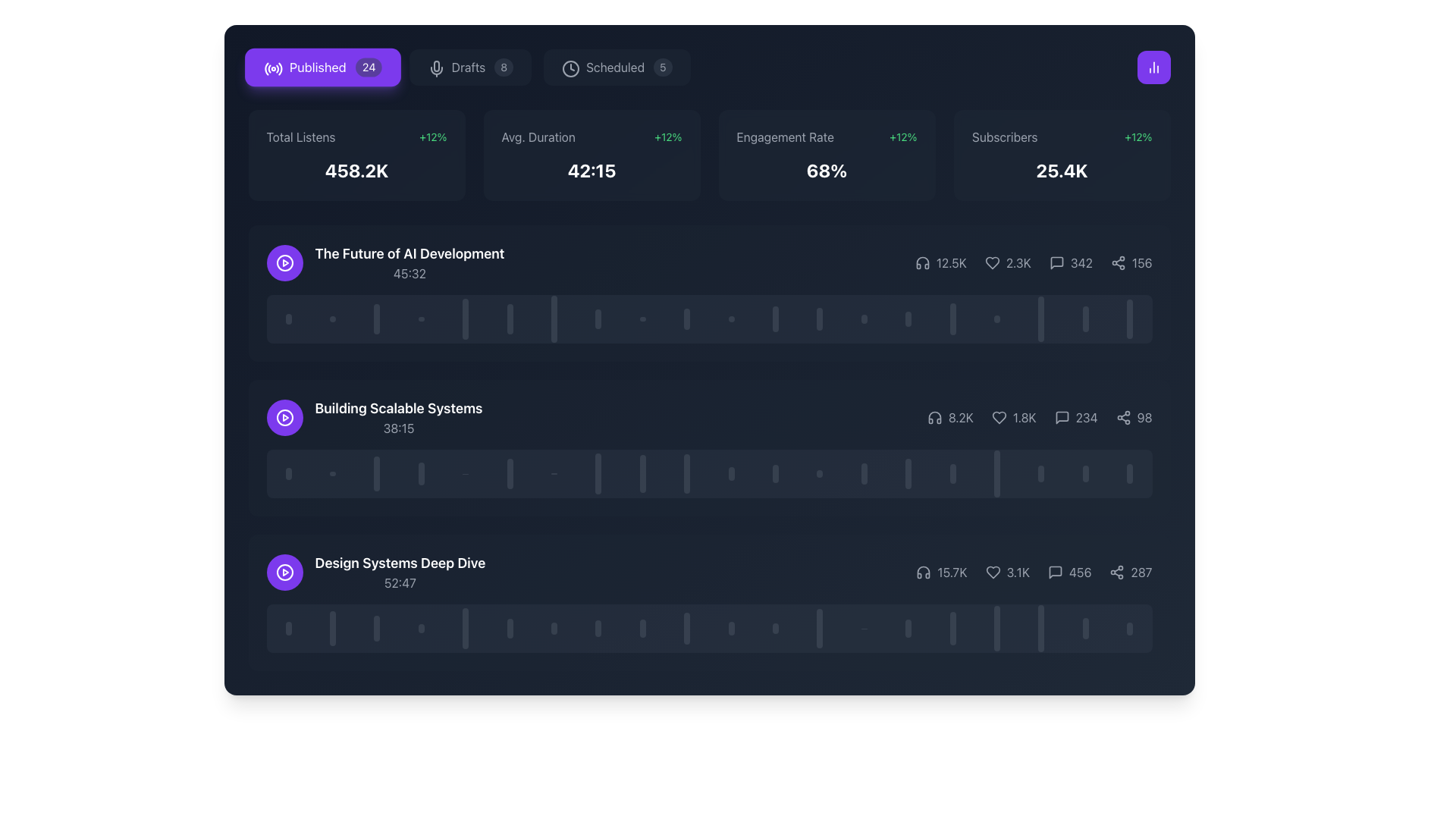 This screenshot has height=819, width=1456. Describe the element at coordinates (952, 640) in the screenshot. I see `the vertical slider` at that location.